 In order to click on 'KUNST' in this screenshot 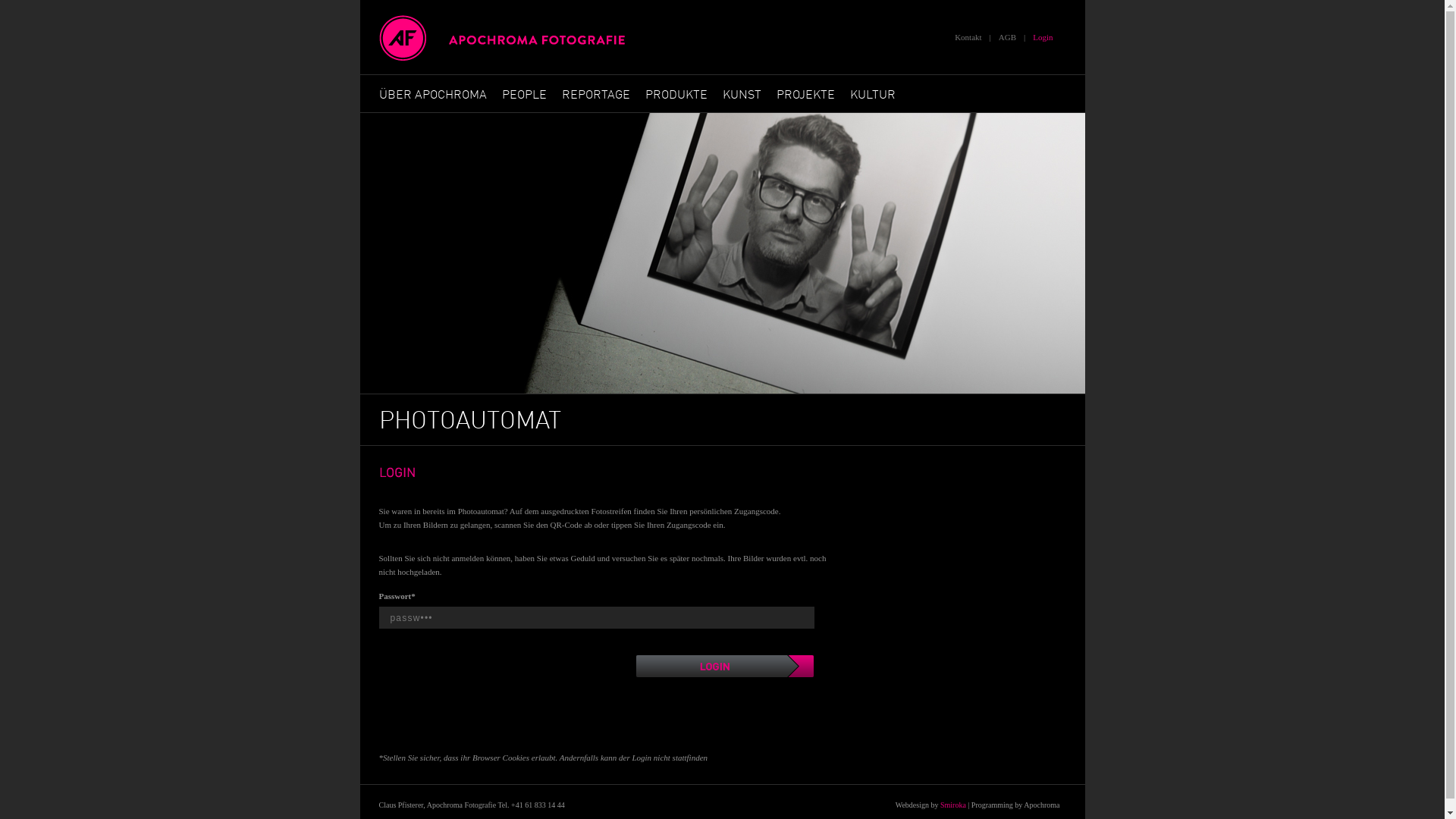, I will do `click(741, 96)`.